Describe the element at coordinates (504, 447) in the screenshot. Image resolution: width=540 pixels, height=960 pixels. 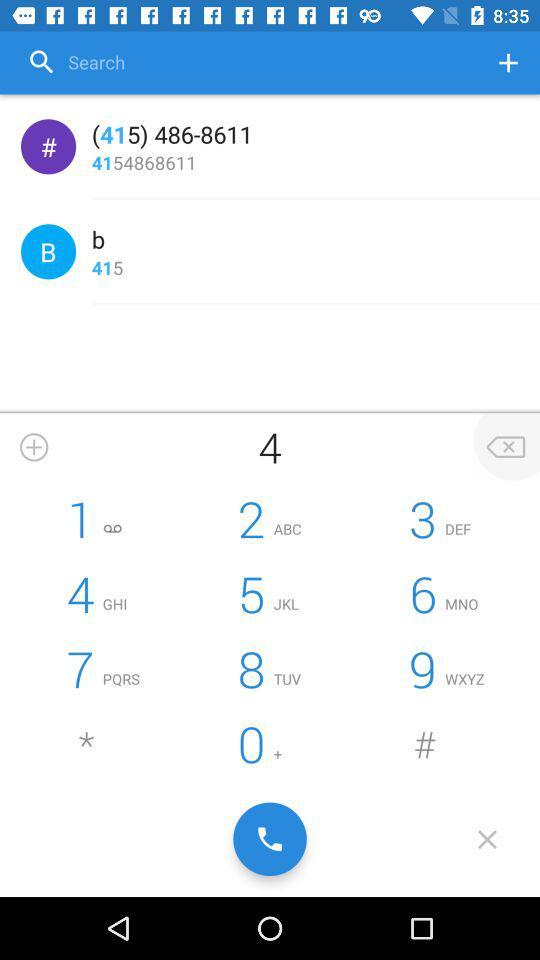
I see `delete last number input` at that location.